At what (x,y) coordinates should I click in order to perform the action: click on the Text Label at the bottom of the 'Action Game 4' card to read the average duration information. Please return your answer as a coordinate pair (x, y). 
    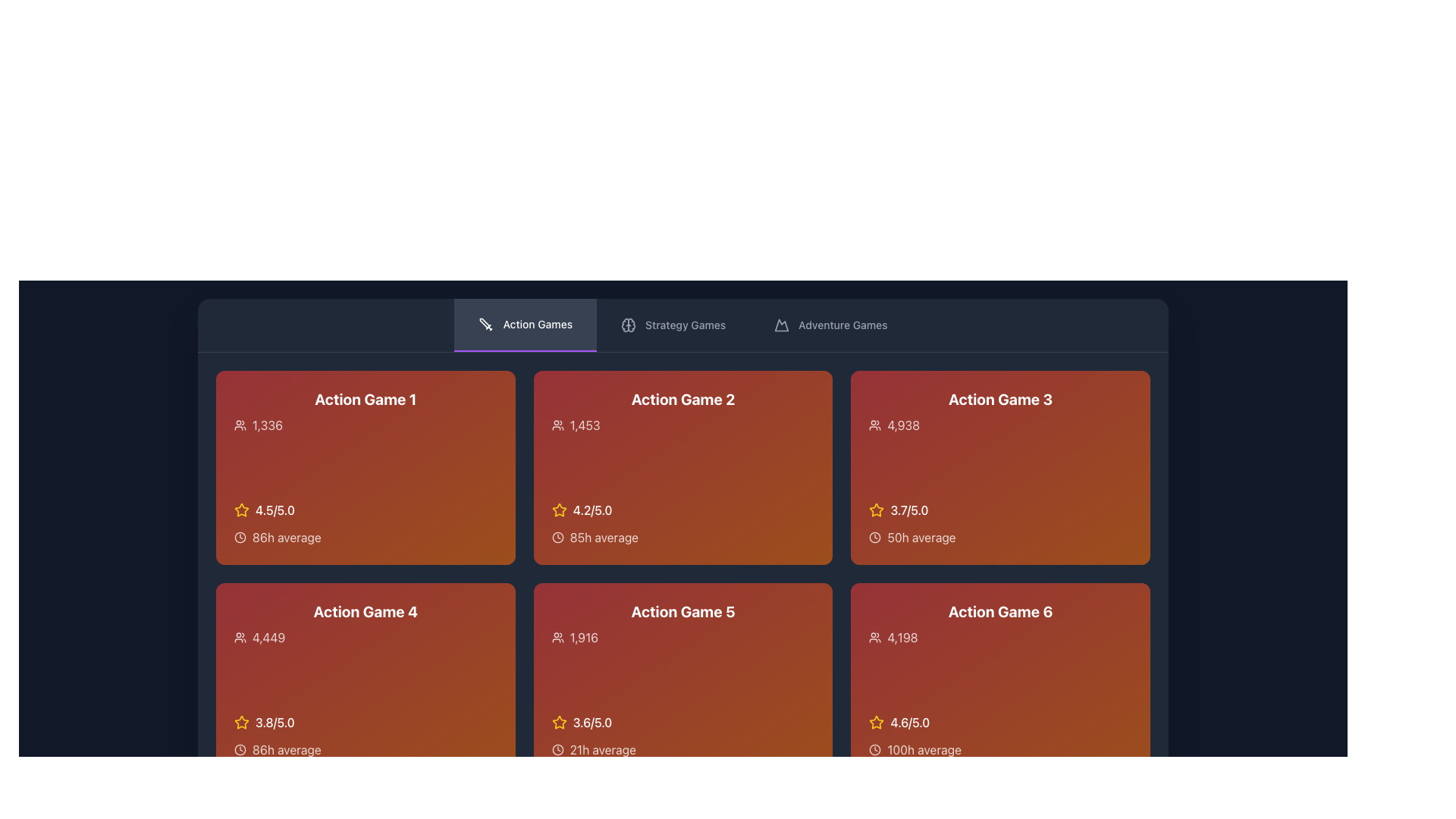
    Looking at the image, I should click on (287, 748).